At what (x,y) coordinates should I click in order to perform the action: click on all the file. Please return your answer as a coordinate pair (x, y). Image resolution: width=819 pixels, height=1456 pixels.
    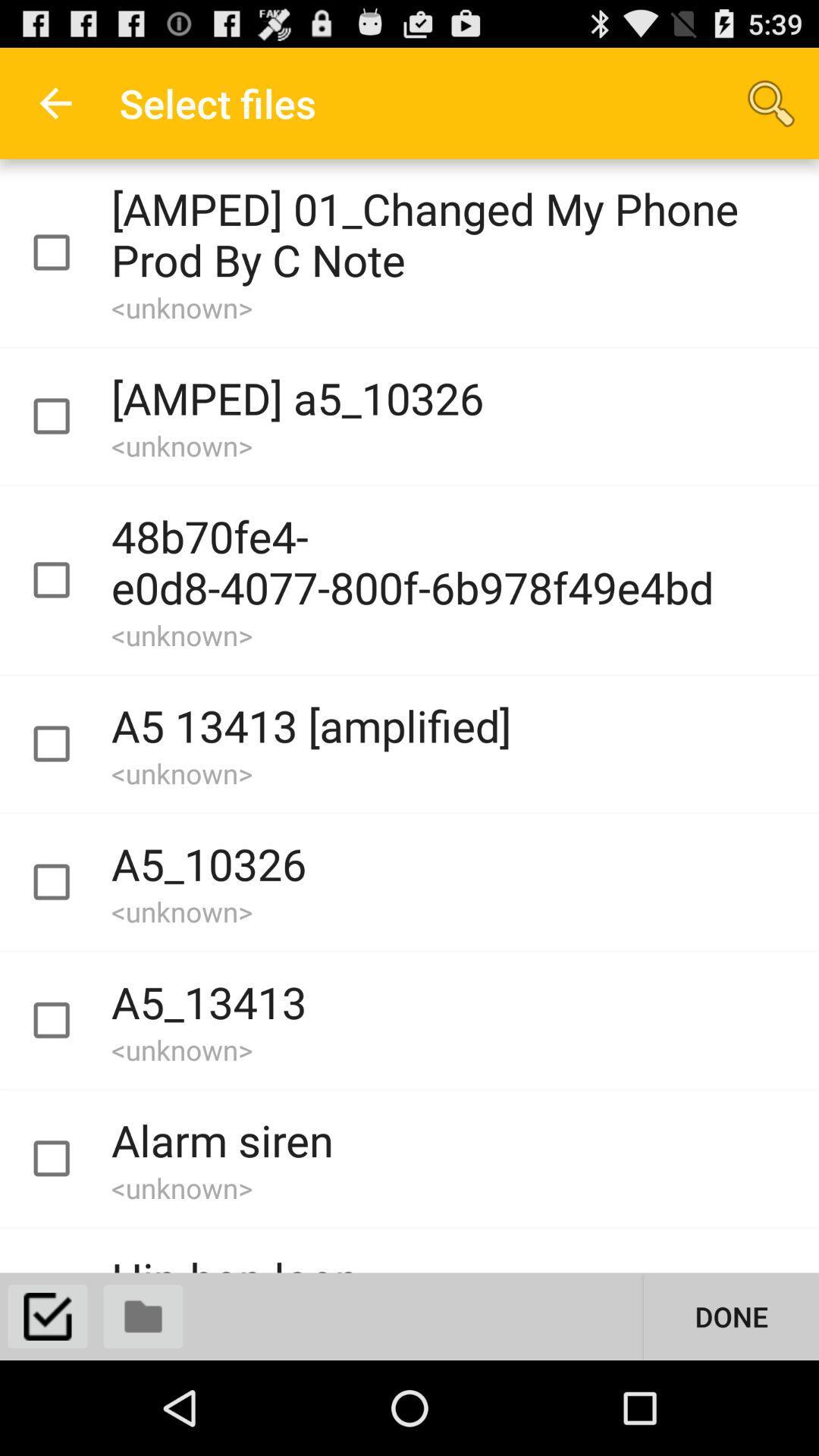
    Looking at the image, I should click on (46, 1316).